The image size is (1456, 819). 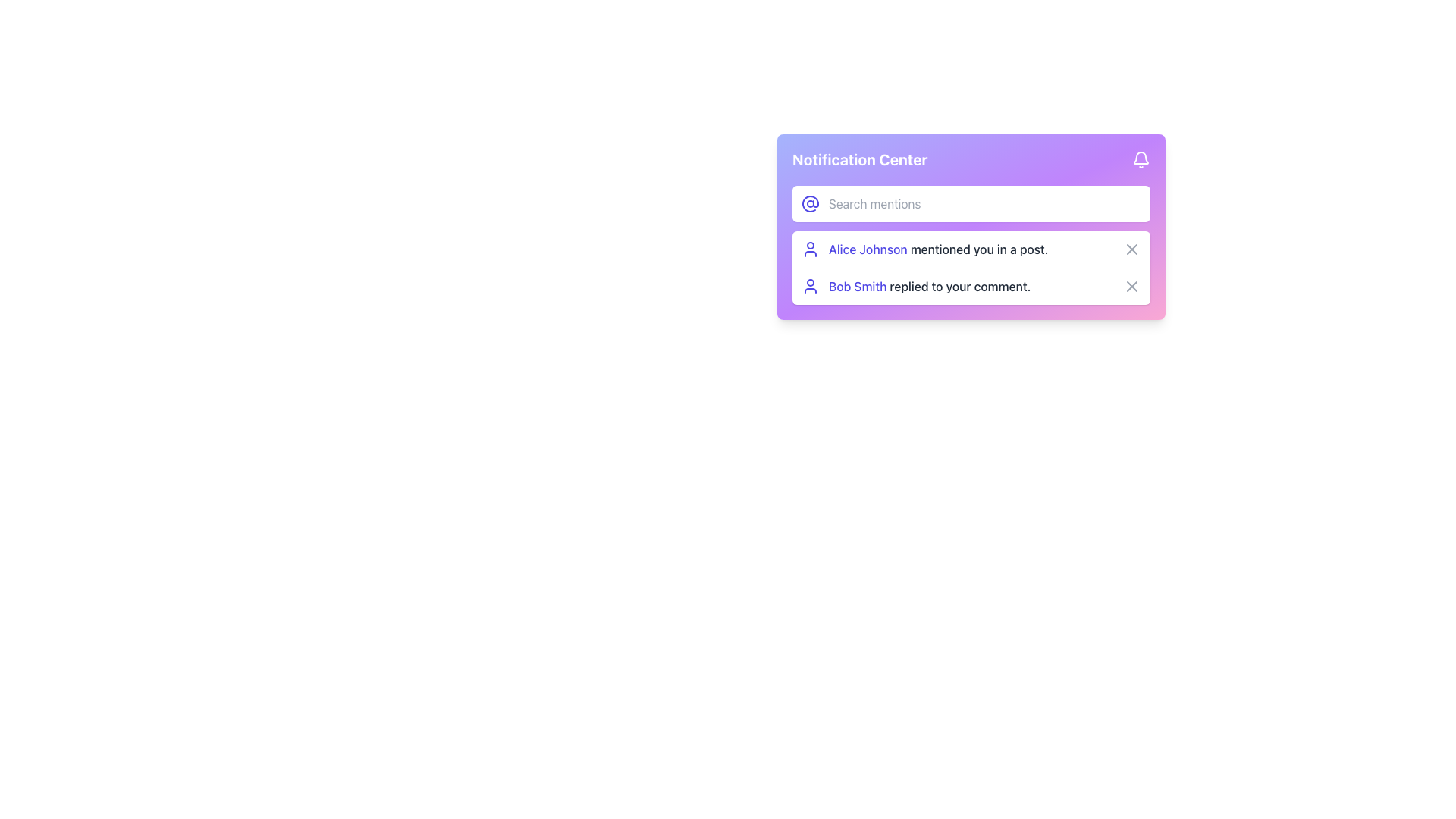 I want to click on the text label stating 'Bob Smith replied to your comment.' which is the second notification in the Notification Center popup, so click(x=929, y=287).